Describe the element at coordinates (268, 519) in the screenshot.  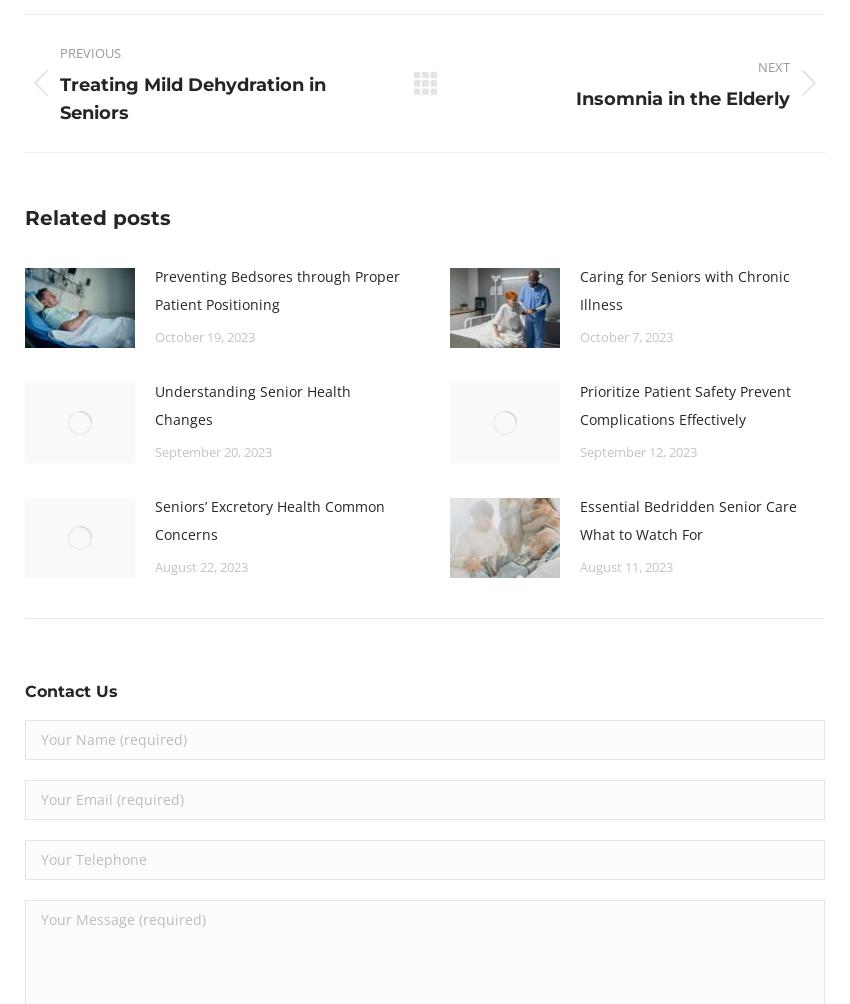
I see `'Seniors’ Excretory Health Common Concerns'` at that location.